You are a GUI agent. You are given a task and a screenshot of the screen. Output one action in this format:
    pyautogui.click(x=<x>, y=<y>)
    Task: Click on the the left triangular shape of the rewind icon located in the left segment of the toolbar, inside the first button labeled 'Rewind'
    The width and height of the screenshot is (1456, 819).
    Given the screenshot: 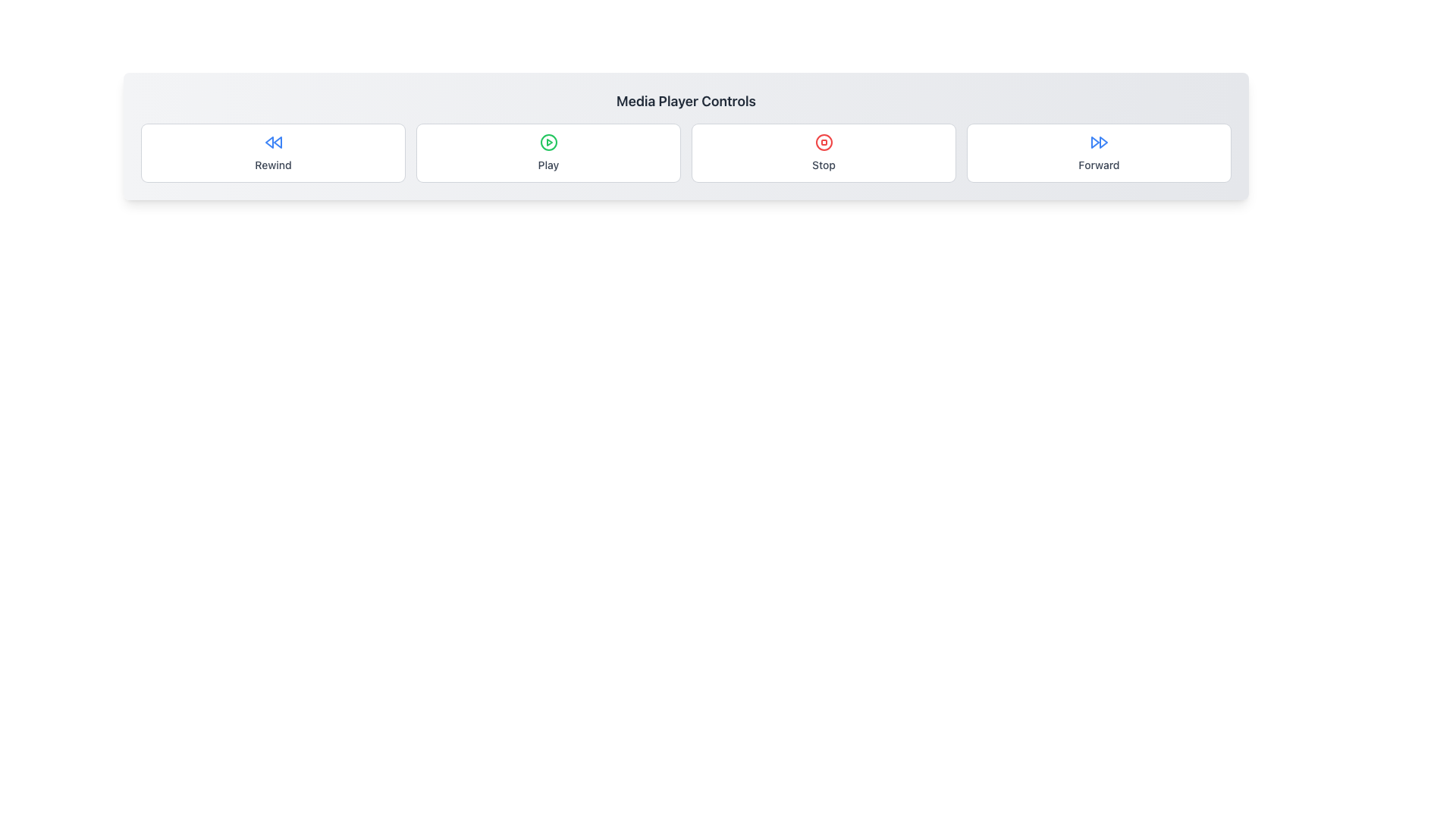 What is the action you would take?
    pyautogui.click(x=269, y=143)
    